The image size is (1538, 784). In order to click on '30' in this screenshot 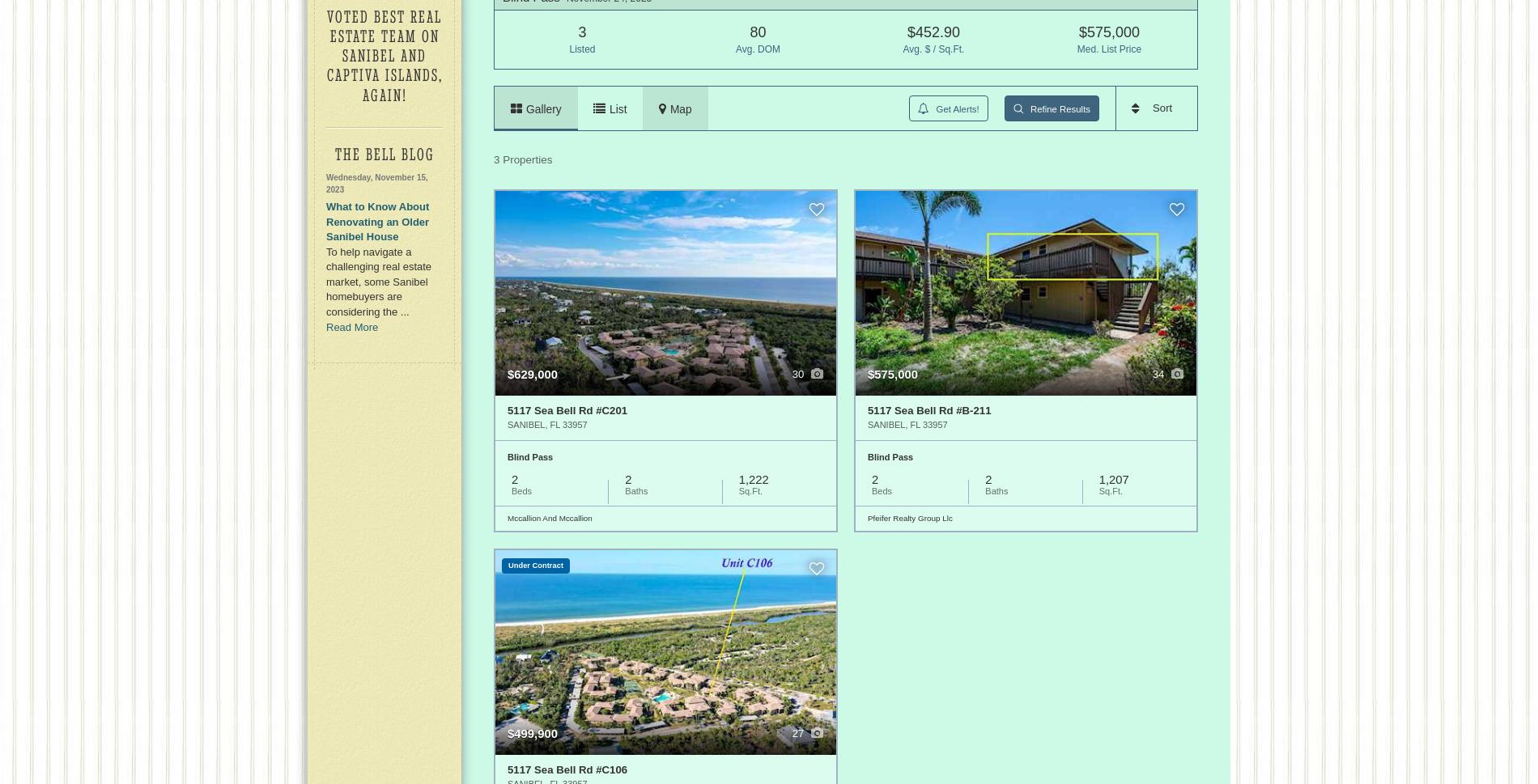, I will do `click(799, 374)`.